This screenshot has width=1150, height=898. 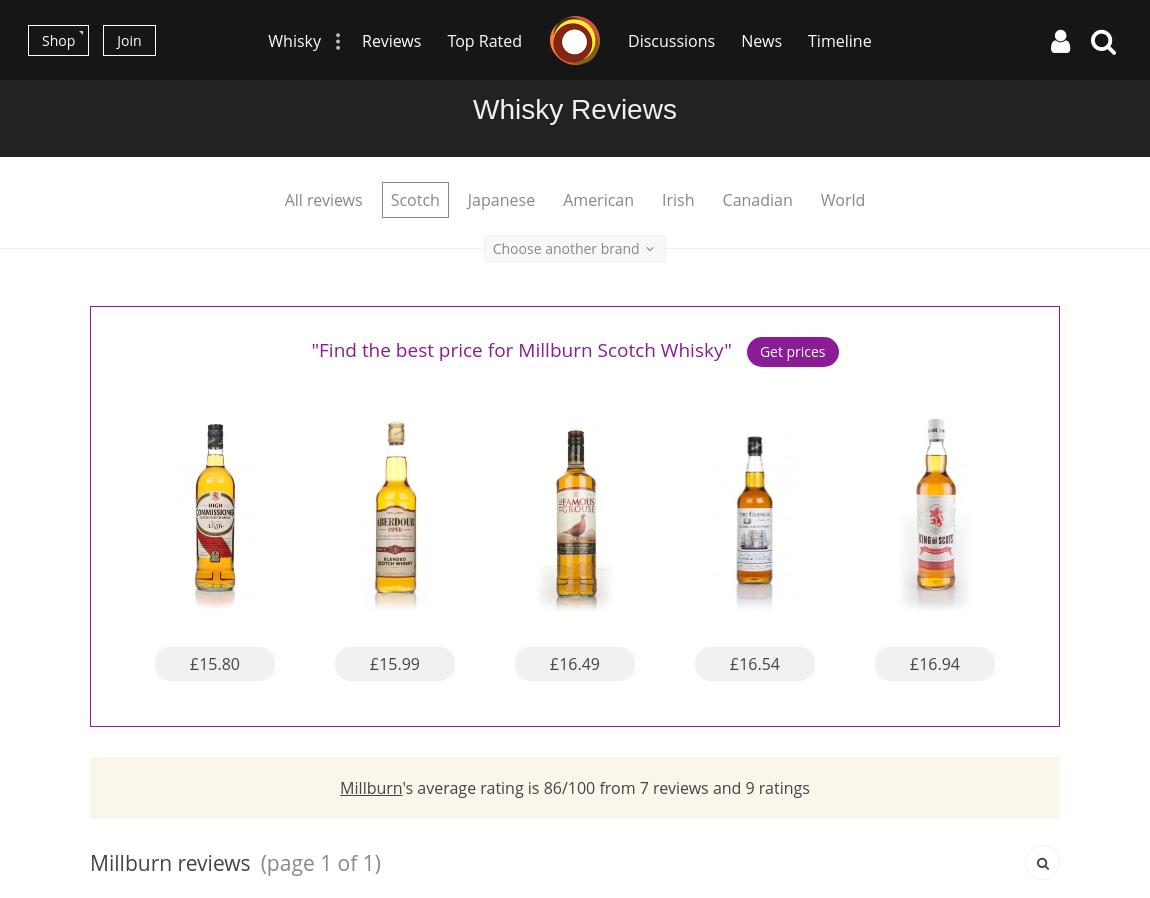 I want to click on 'All', so click(x=295, y=198).